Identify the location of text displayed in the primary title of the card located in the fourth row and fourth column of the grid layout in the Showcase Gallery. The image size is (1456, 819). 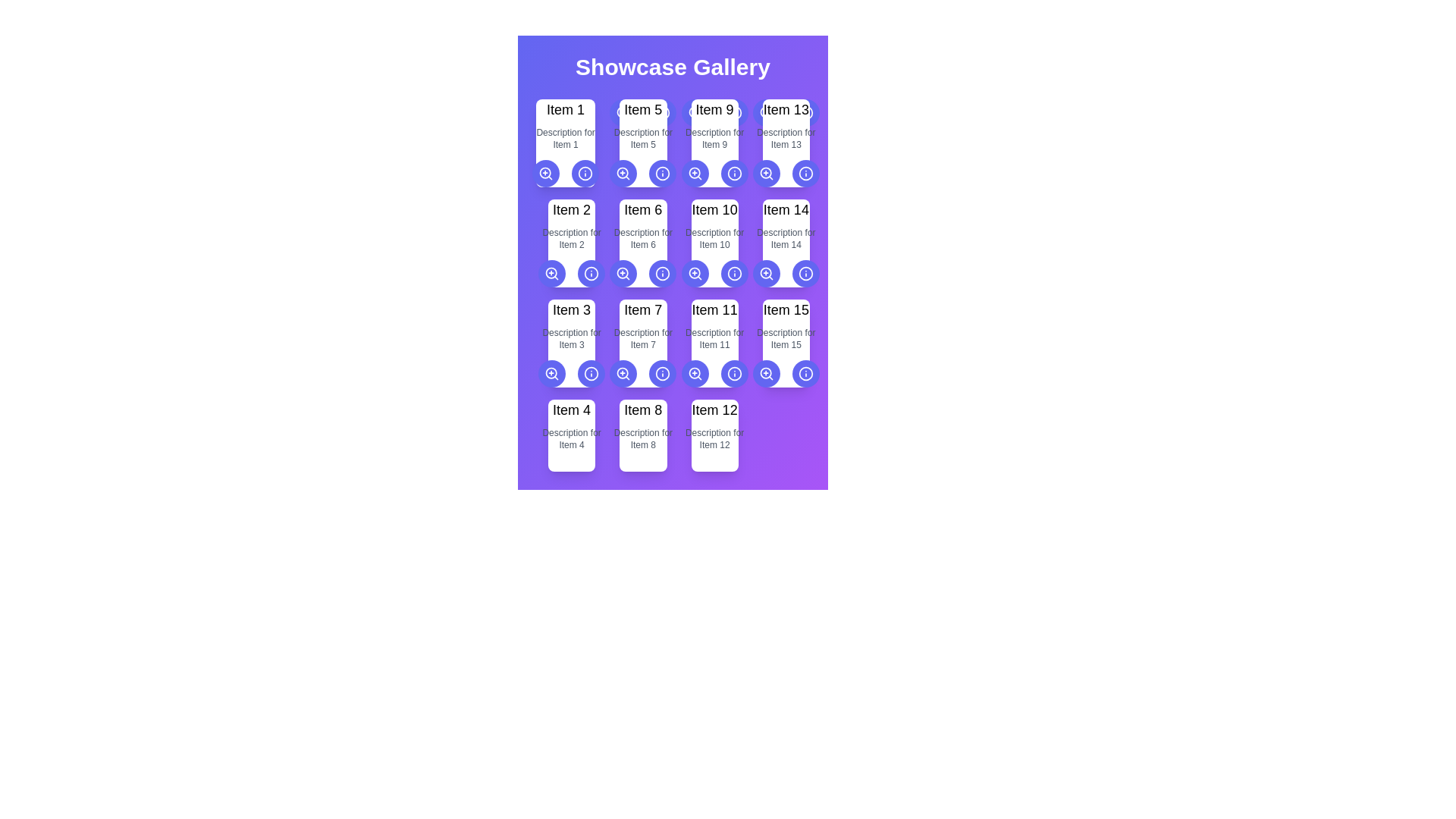
(786, 210).